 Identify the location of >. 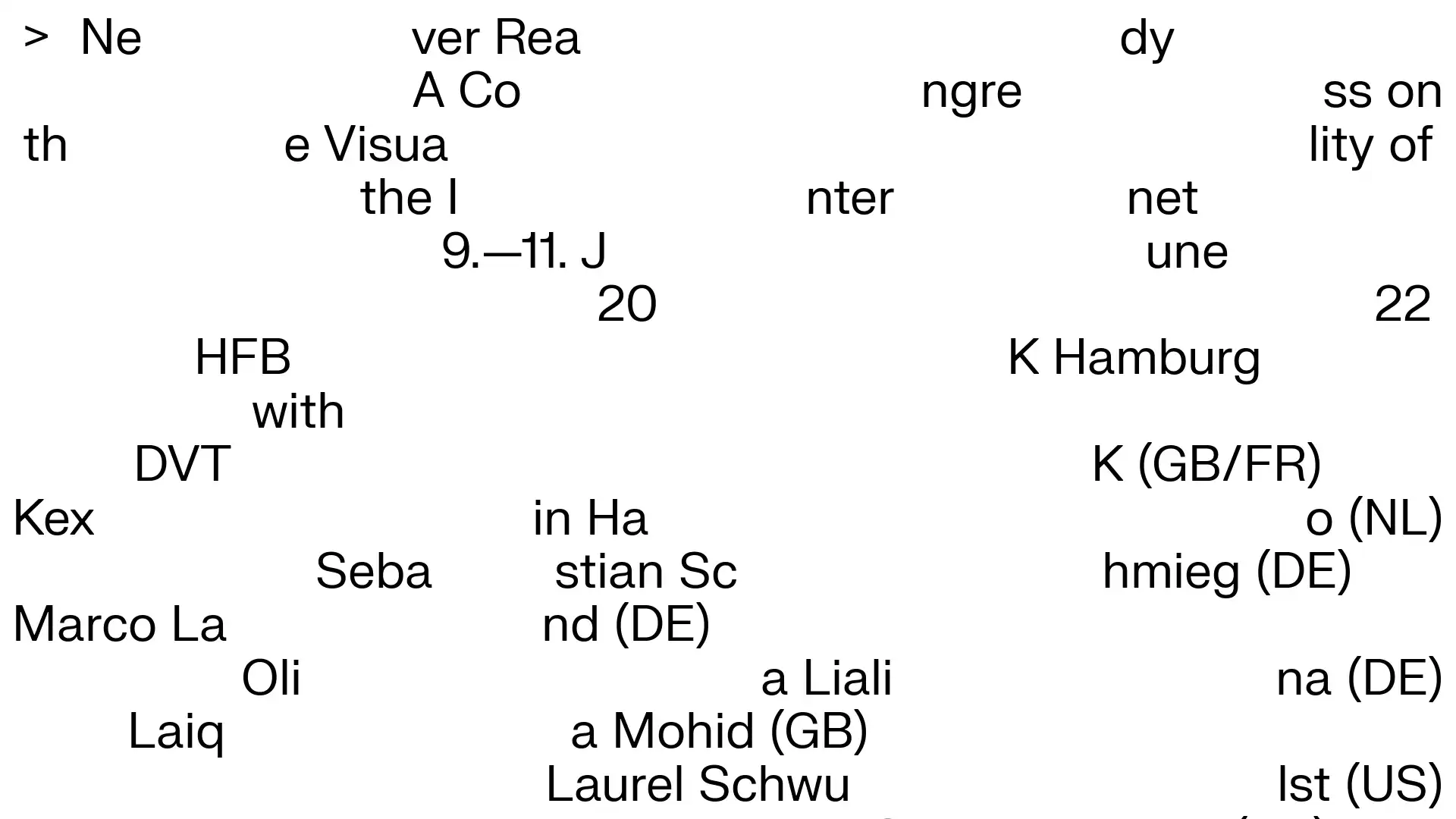
(36, 35).